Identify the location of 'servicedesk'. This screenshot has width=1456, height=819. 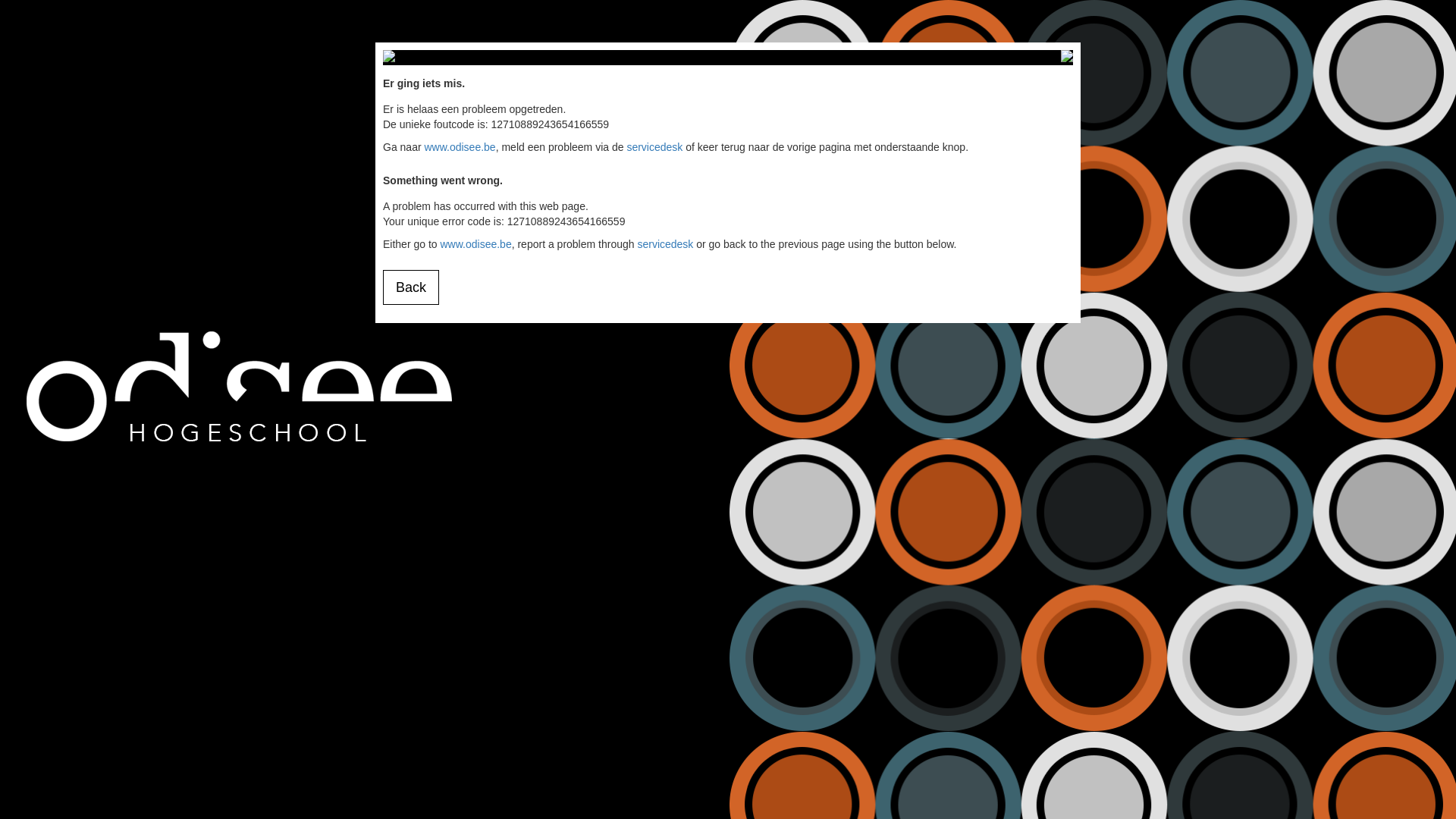
(654, 146).